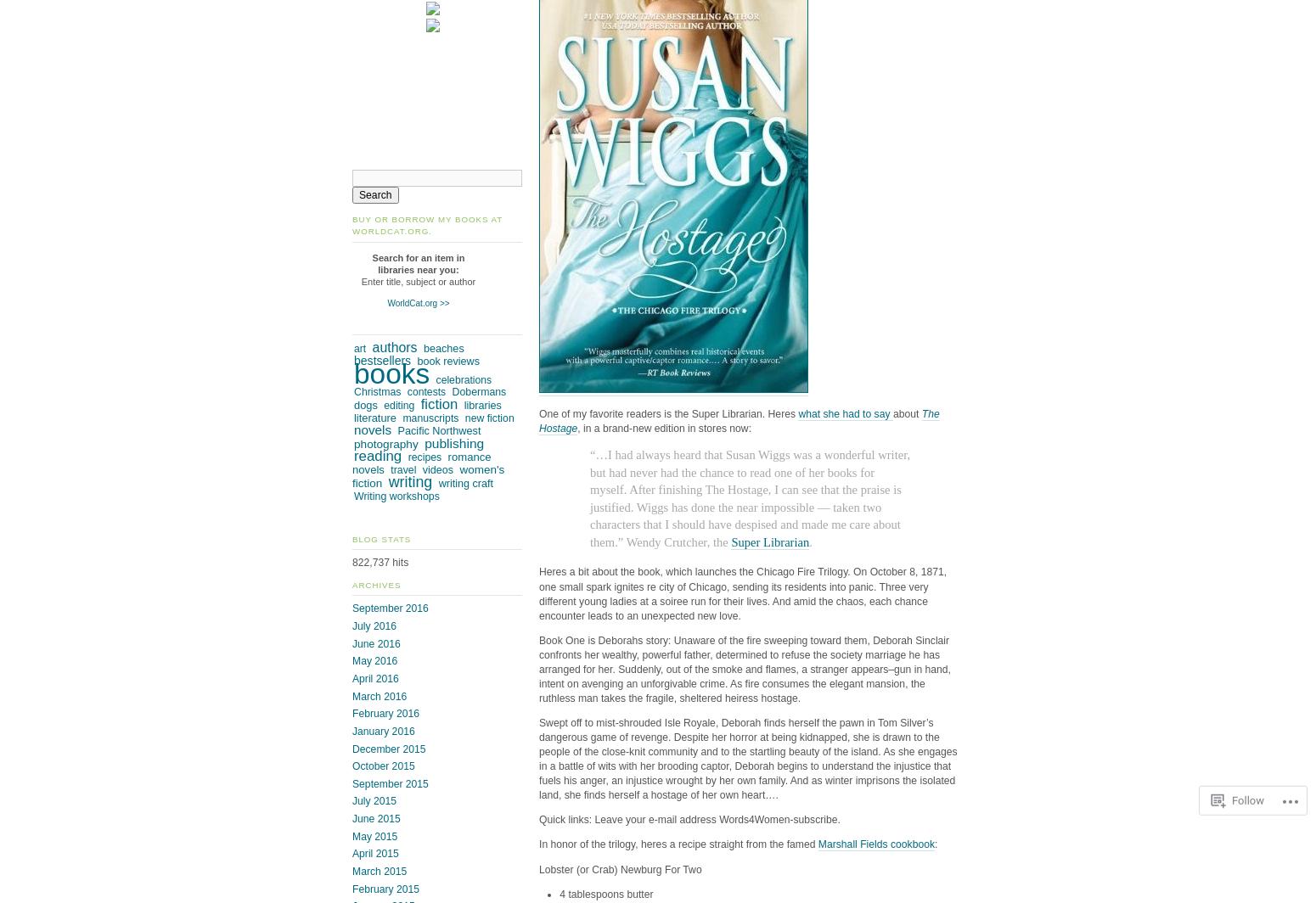 This screenshot has height=903, width=1316. Describe the element at coordinates (383, 766) in the screenshot. I see `'October 2015'` at that location.